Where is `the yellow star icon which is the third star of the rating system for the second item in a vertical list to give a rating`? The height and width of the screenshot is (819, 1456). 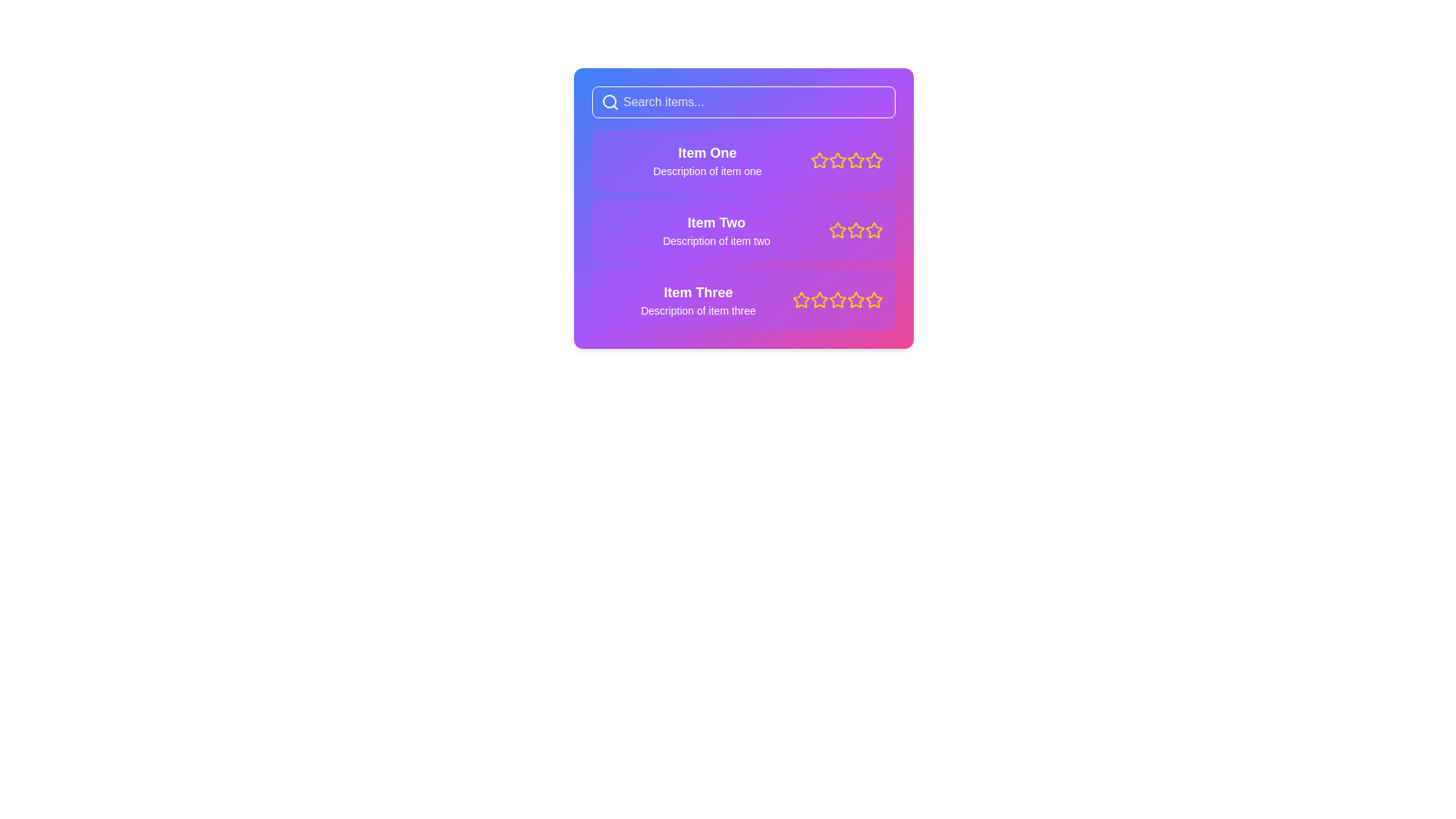
the yellow star icon which is the third star of the rating system for the second item in a vertical list to give a rating is located at coordinates (855, 231).